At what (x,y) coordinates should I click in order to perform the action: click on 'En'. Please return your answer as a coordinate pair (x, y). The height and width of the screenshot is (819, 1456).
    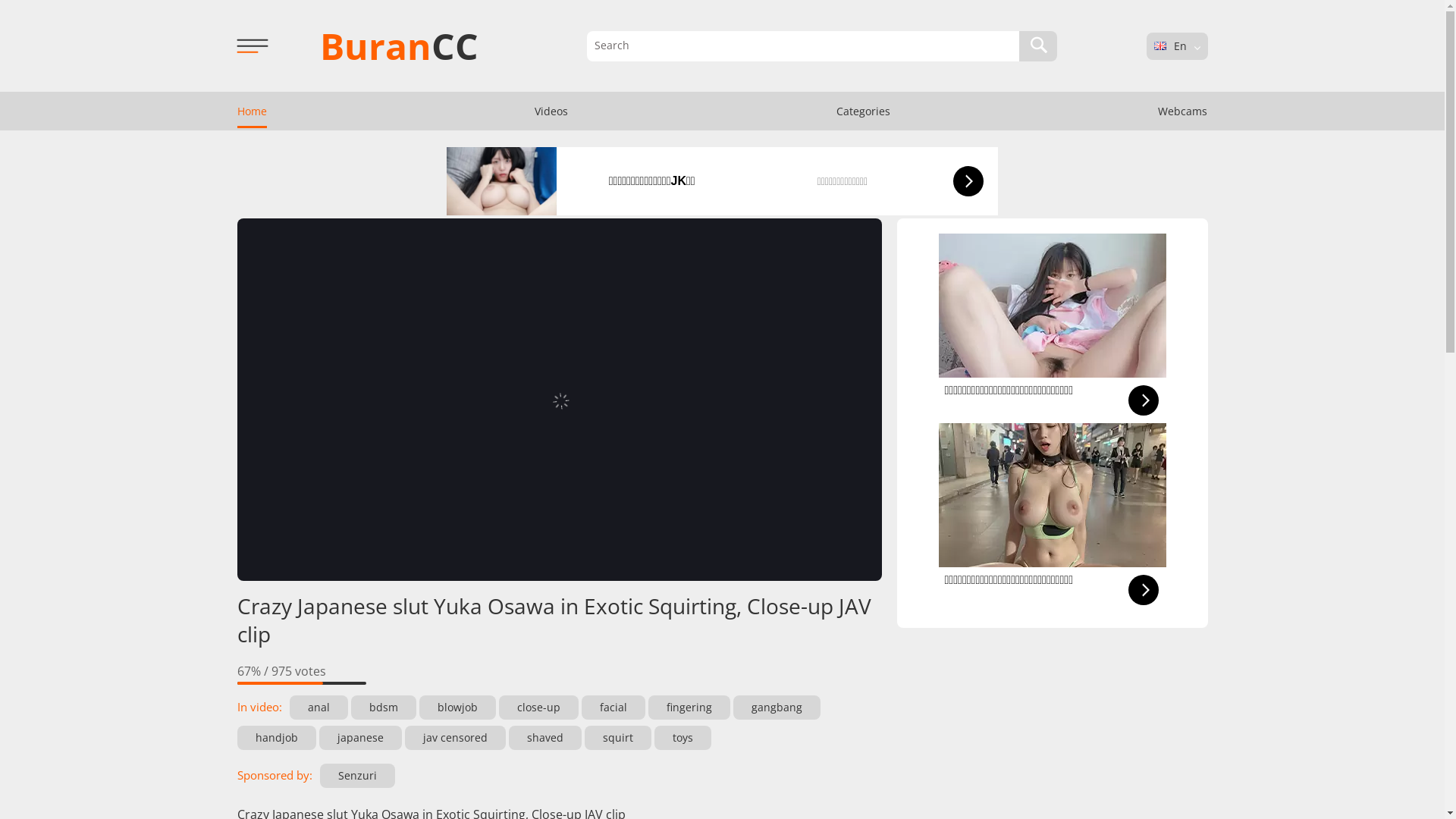
    Looking at the image, I should click on (1153, 45).